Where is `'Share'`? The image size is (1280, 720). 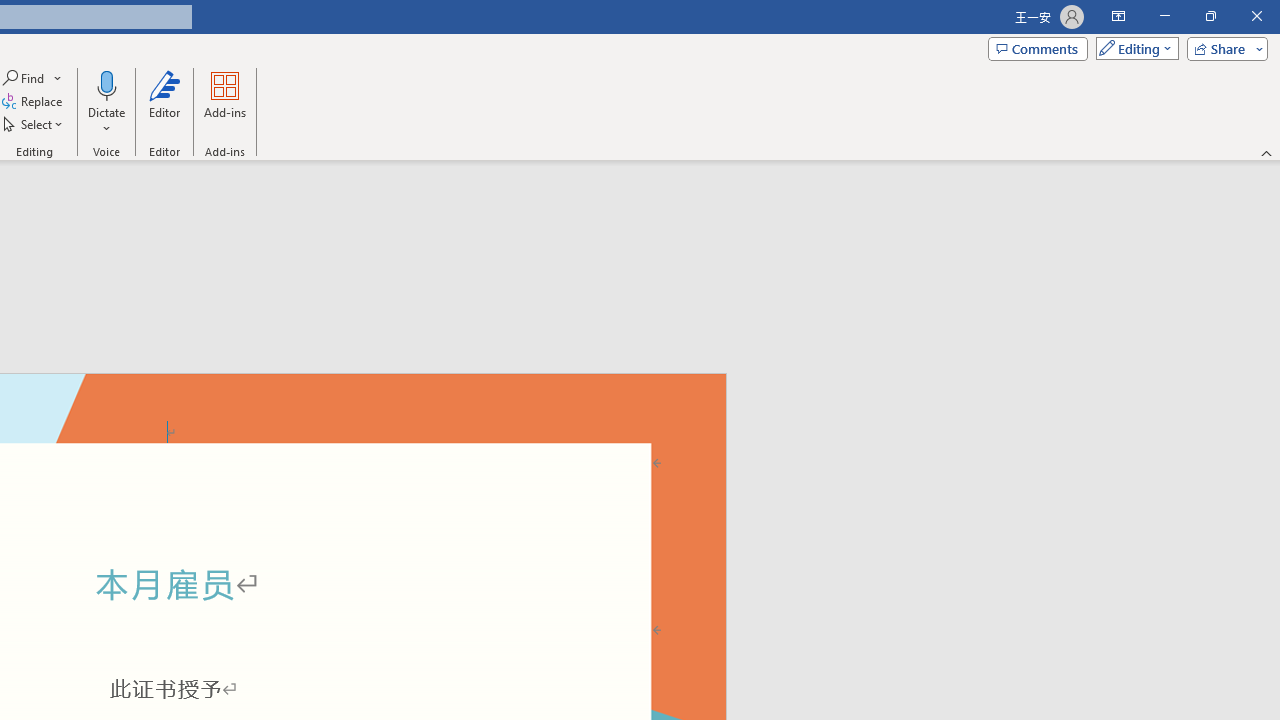 'Share' is located at coordinates (1222, 47).